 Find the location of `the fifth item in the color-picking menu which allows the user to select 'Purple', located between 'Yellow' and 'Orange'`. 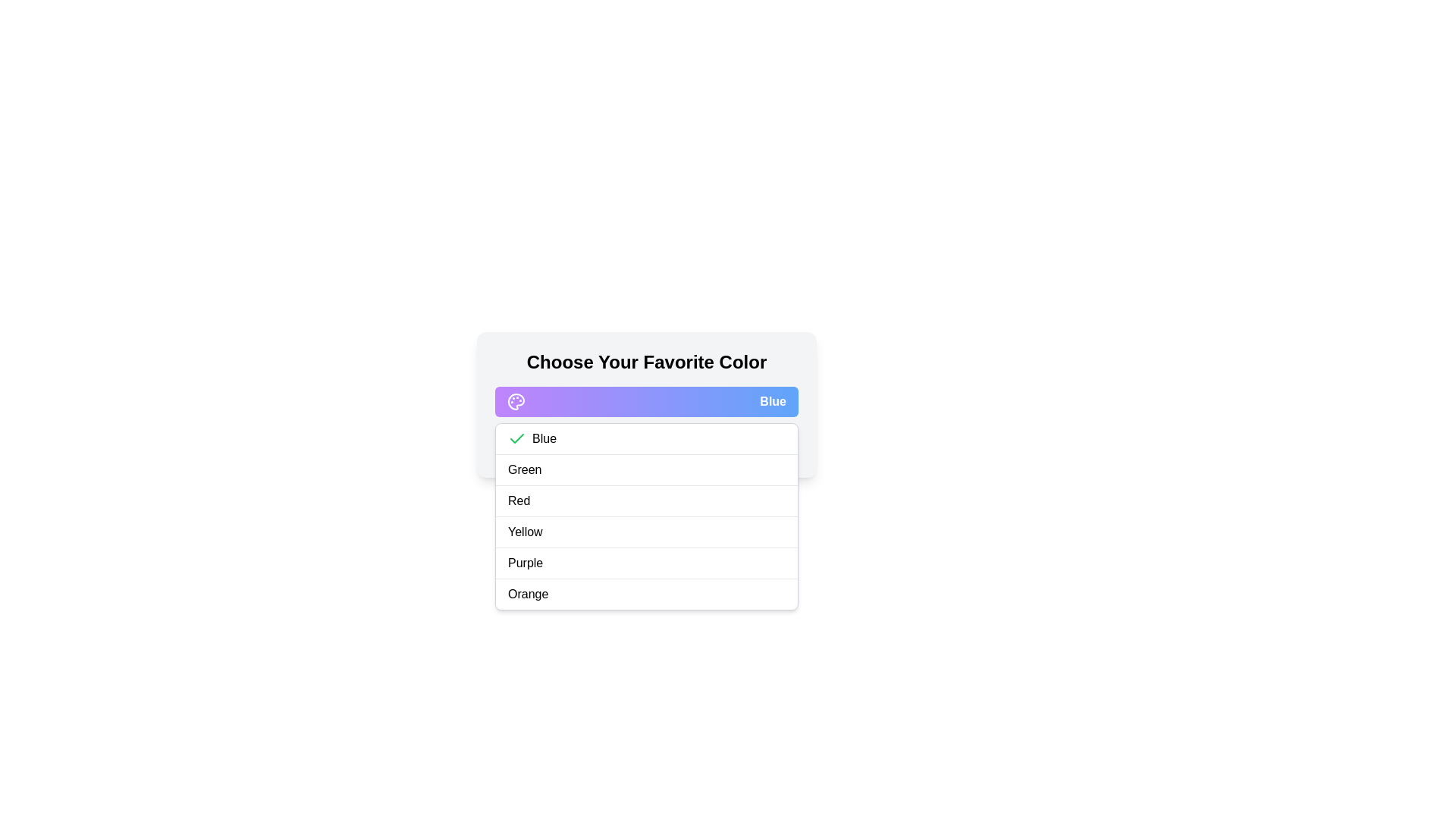

the fifth item in the color-picking menu which allows the user to select 'Purple', located between 'Yellow' and 'Orange' is located at coordinates (647, 563).